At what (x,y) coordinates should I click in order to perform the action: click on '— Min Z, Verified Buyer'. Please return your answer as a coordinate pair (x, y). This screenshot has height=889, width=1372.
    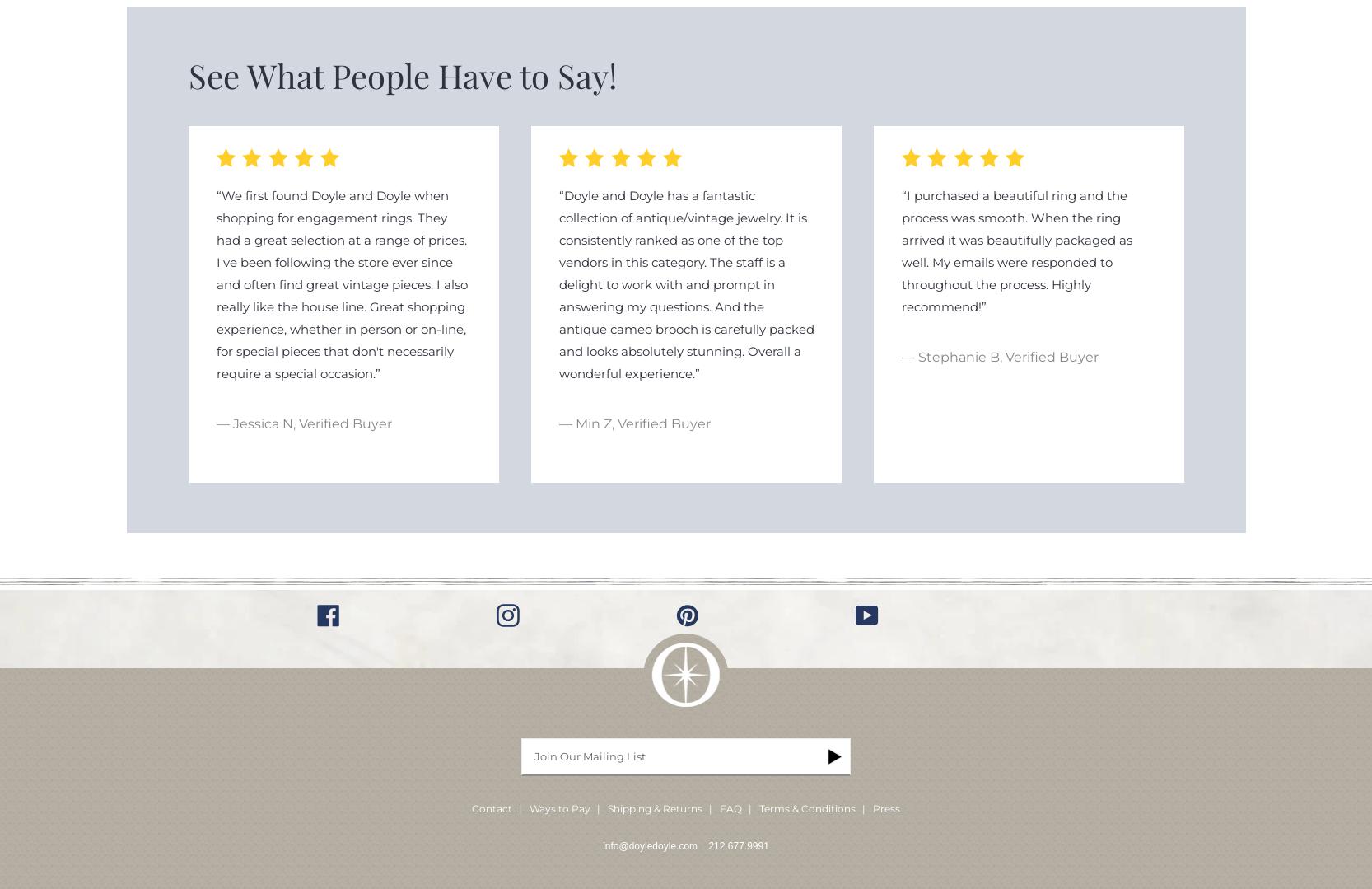
    Looking at the image, I should click on (634, 423).